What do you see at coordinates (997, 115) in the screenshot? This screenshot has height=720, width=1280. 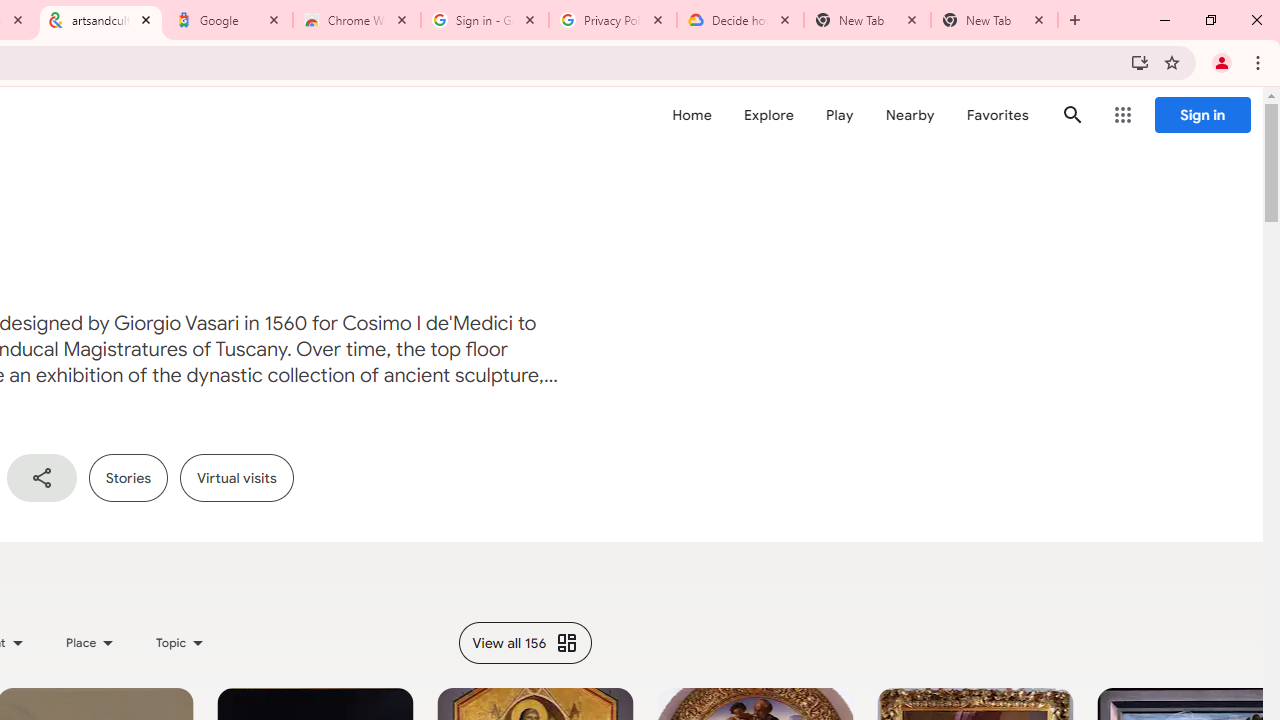 I see `'Favorites'` at bounding box center [997, 115].